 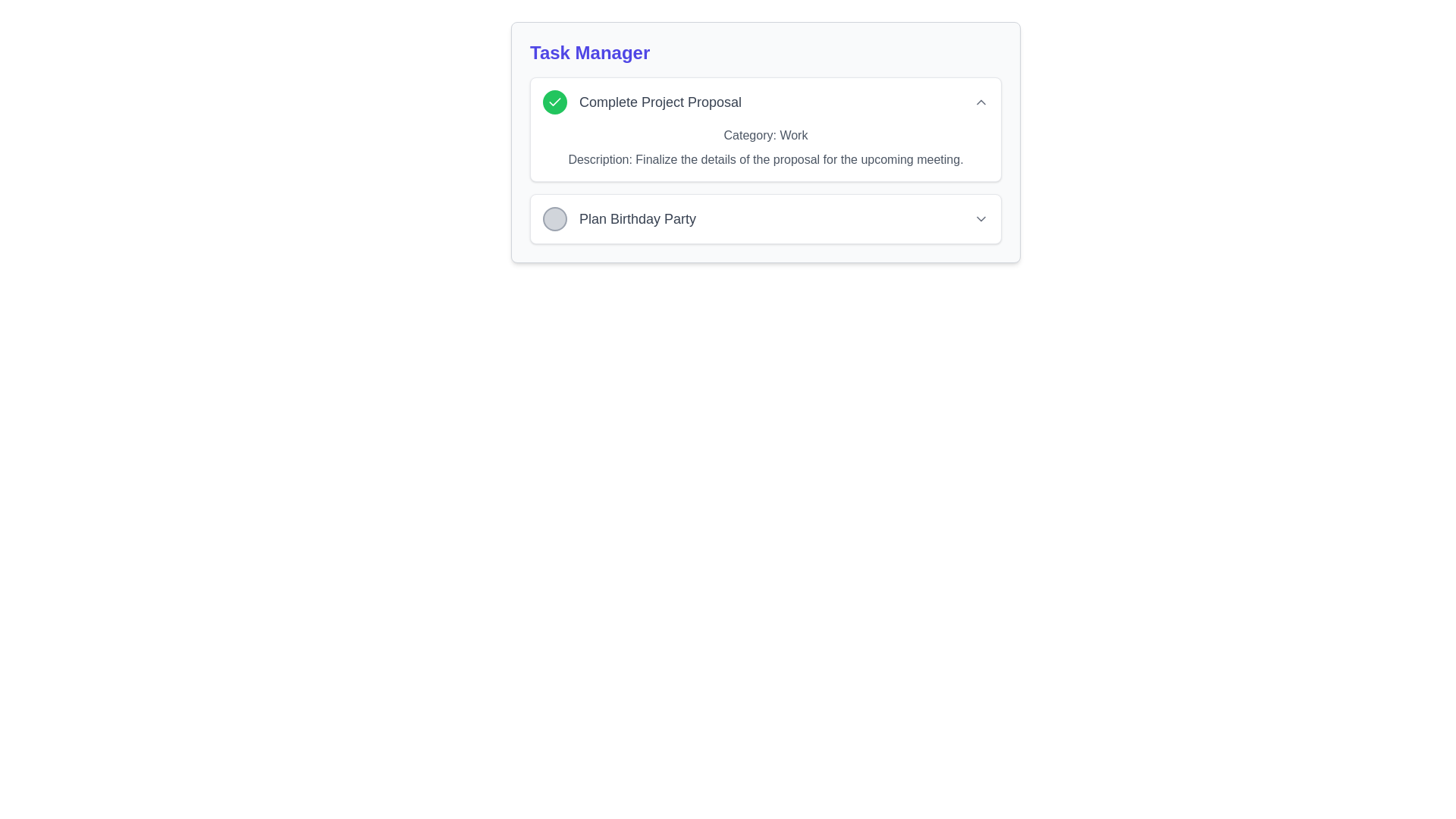 I want to click on the green checkmark icon within the round green background indicating the completion of the task 'Complete Project Proposal', so click(x=554, y=102).